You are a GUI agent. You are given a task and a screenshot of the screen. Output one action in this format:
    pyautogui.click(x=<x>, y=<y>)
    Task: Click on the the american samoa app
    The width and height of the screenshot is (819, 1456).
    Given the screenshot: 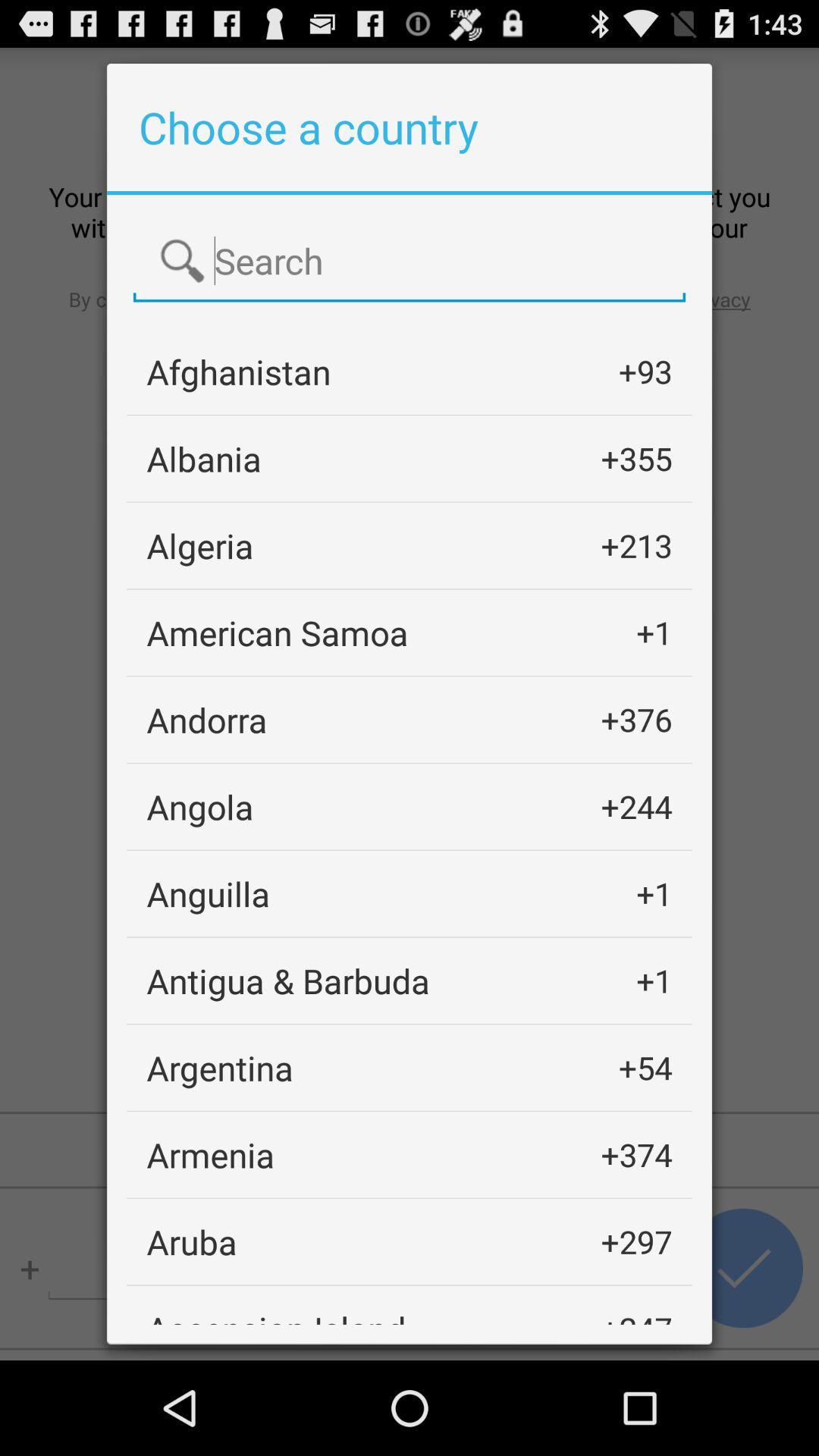 What is the action you would take?
    pyautogui.click(x=278, y=632)
    